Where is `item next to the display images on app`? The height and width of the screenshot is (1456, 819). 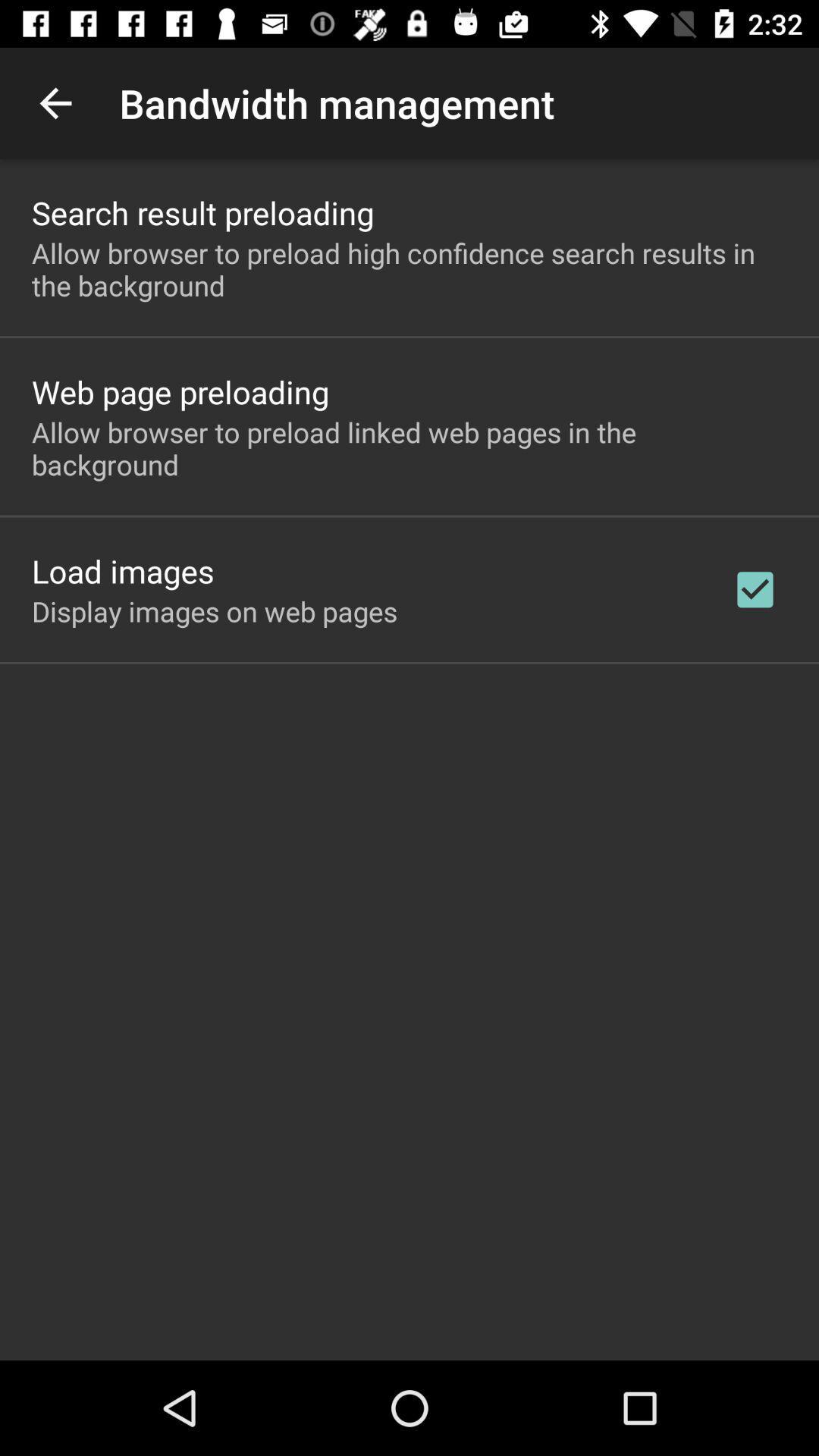 item next to the display images on app is located at coordinates (755, 588).